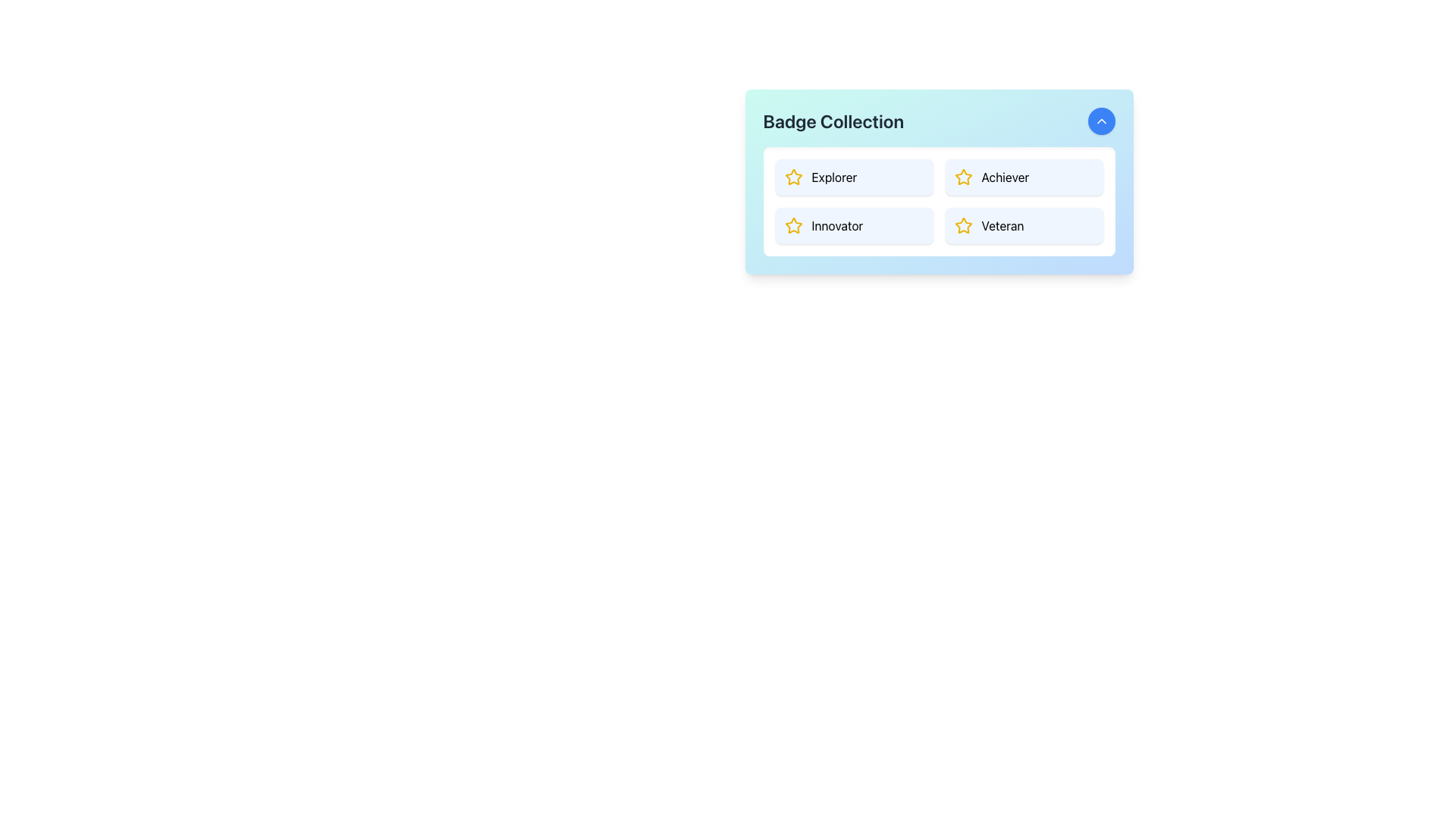 This screenshot has height=819, width=1456. Describe the element at coordinates (1005, 177) in the screenshot. I see `the text label 'Achiever' which is part of a horizontally aligned badge layout, located inside the second badge of the second row, next to a star icon and on a blue rounded rectangle background` at that location.